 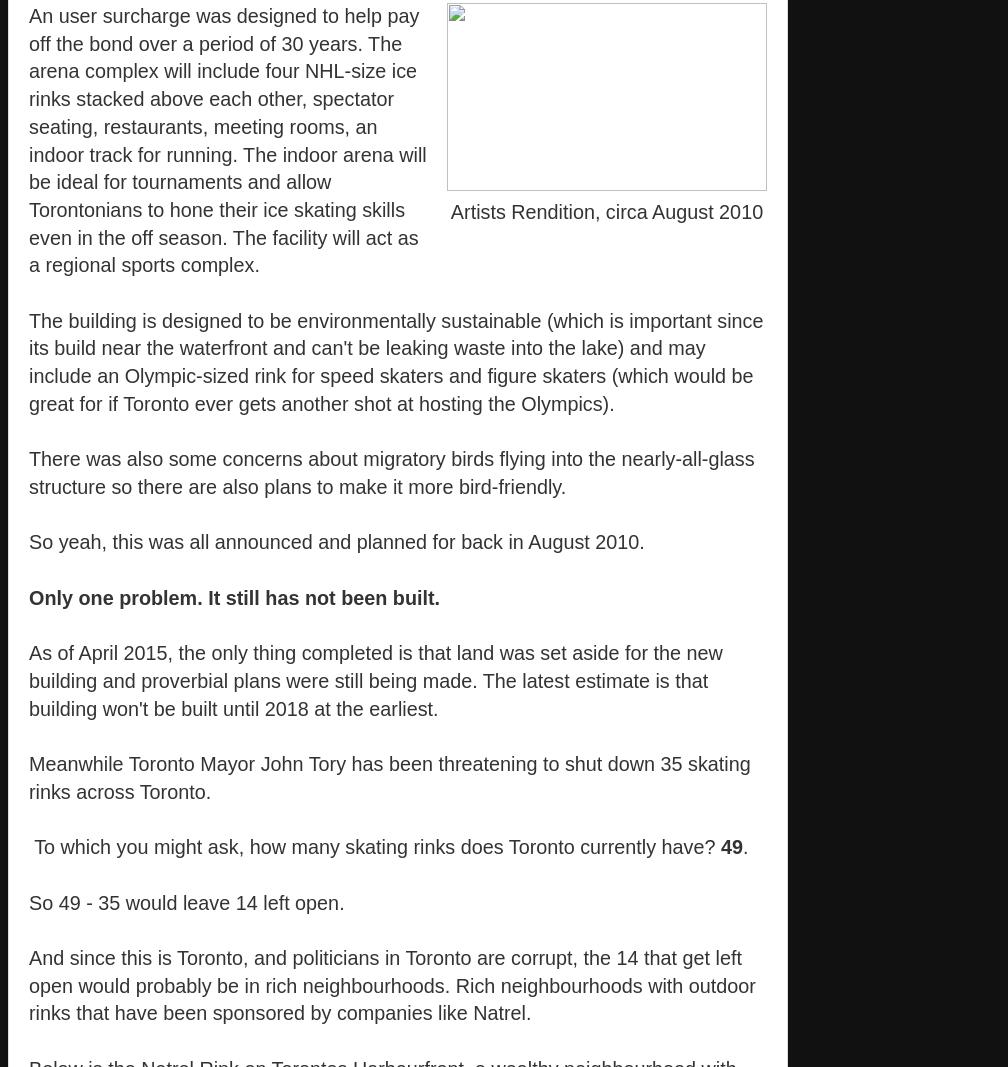 What do you see at coordinates (606, 211) in the screenshot?
I see `'Artists Rendition, circa August 2010'` at bounding box center [606, 211].